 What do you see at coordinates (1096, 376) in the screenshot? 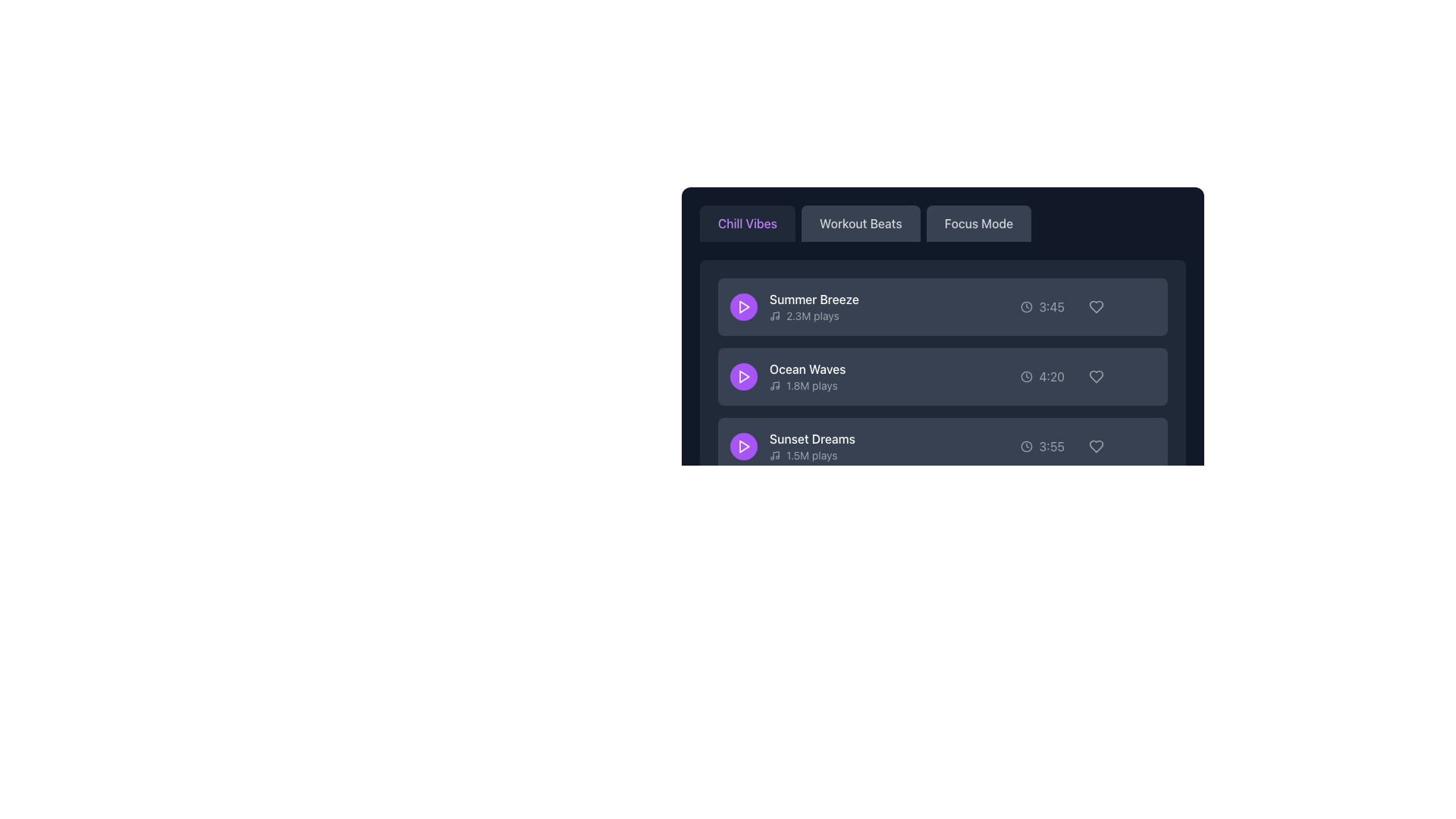
I see `the heart-shaped icon located on the right side of the 'Ocean Waves' track row in the music playlist interface to trigger the tooltip or visual feedback` at bounding box center [1096, 376].